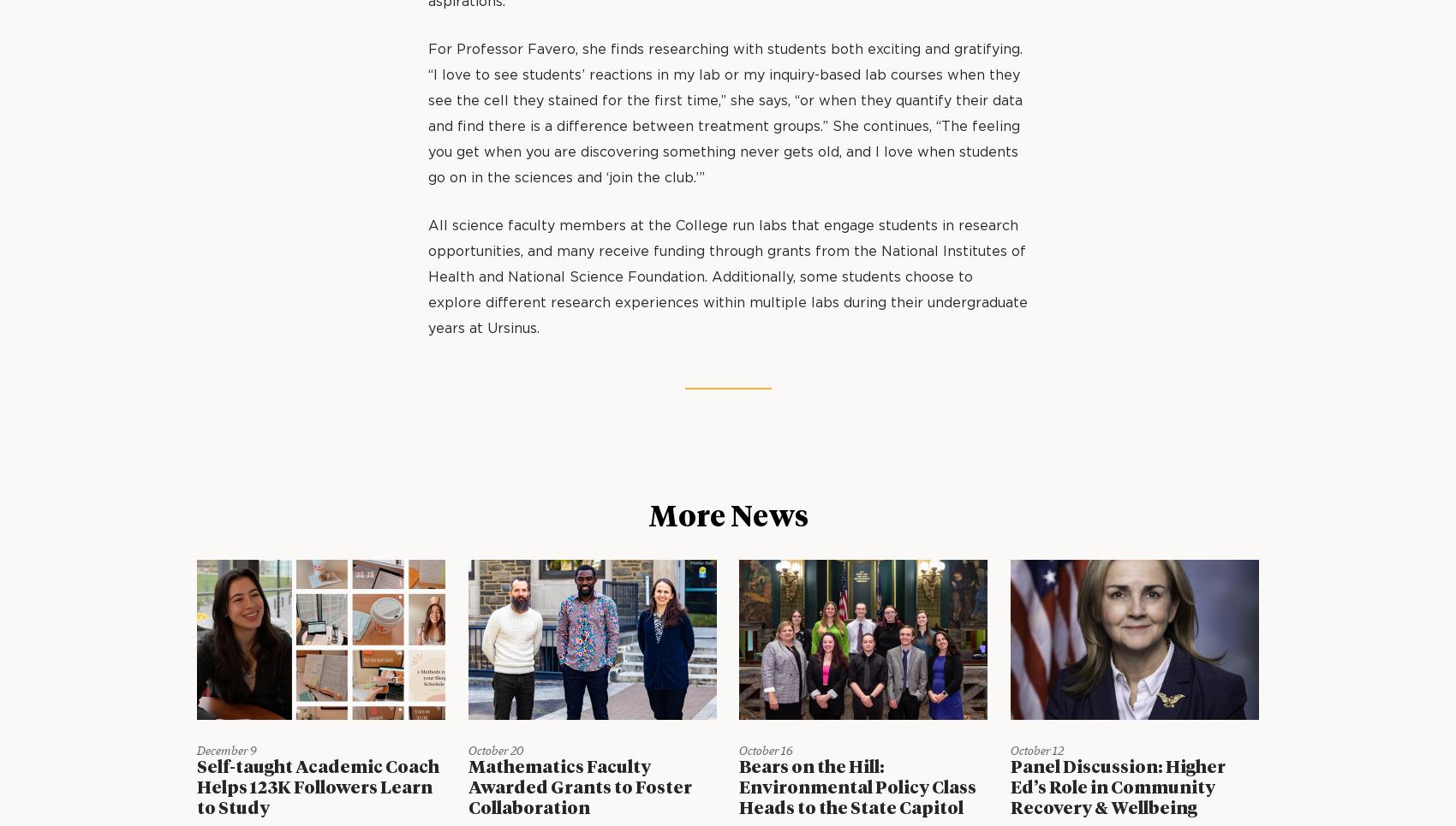 The height and width of the screenshot is (826, 1456). I want to click on 'Bears on the Hill: Environmental Policy Class Heads to the State Capitol', so click(856, 787).